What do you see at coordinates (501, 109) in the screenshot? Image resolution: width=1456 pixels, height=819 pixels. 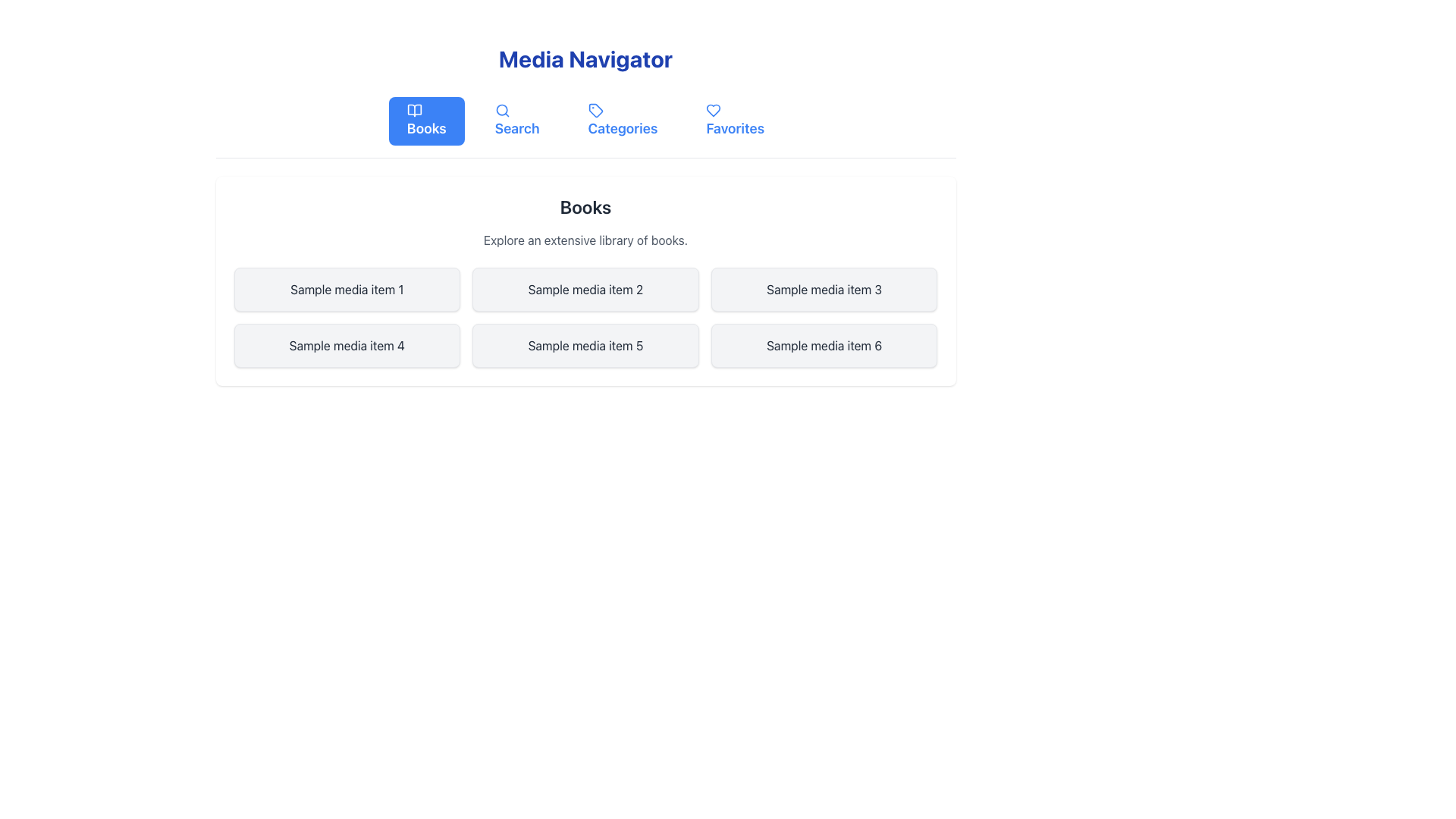 I see `the SVG element that is part of the search icon located in the top navigation bar, specifically the second menu item labeled 'Search.'` at bounding box center [501, 109].